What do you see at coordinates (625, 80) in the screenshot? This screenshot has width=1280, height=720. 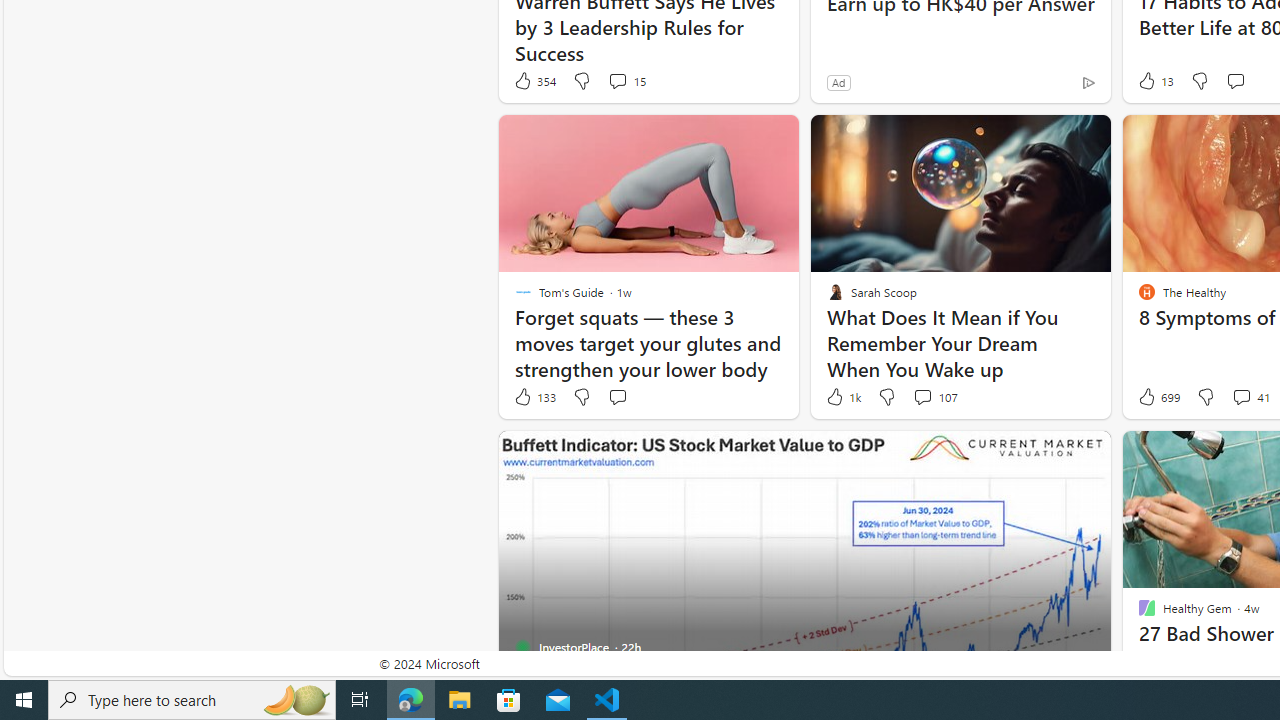 I see `'View comments 15 Comment'` at bounding box center [625, 80].